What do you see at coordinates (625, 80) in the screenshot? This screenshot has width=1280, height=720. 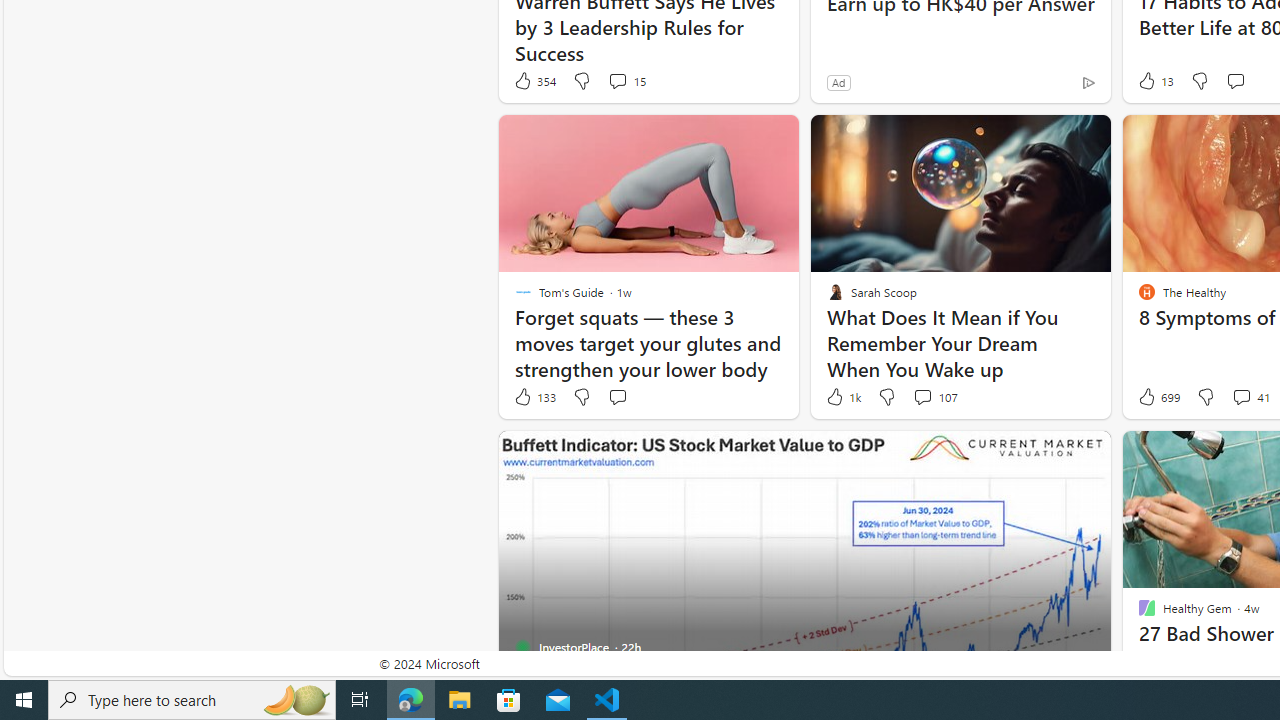 I see `'View comments 15 Comment'` at bounding box center [625, 80].